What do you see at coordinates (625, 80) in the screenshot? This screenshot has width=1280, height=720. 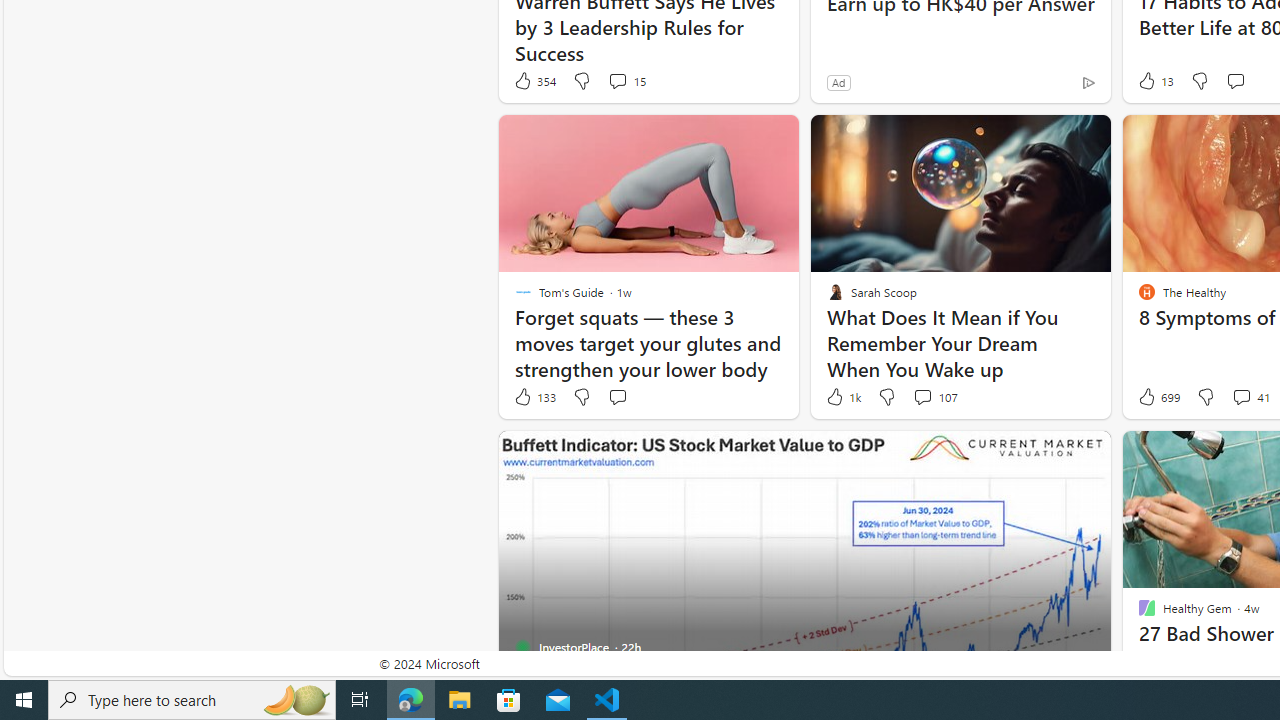 I see `'View comments 15 Comment'` at bounding box center [625, 80].